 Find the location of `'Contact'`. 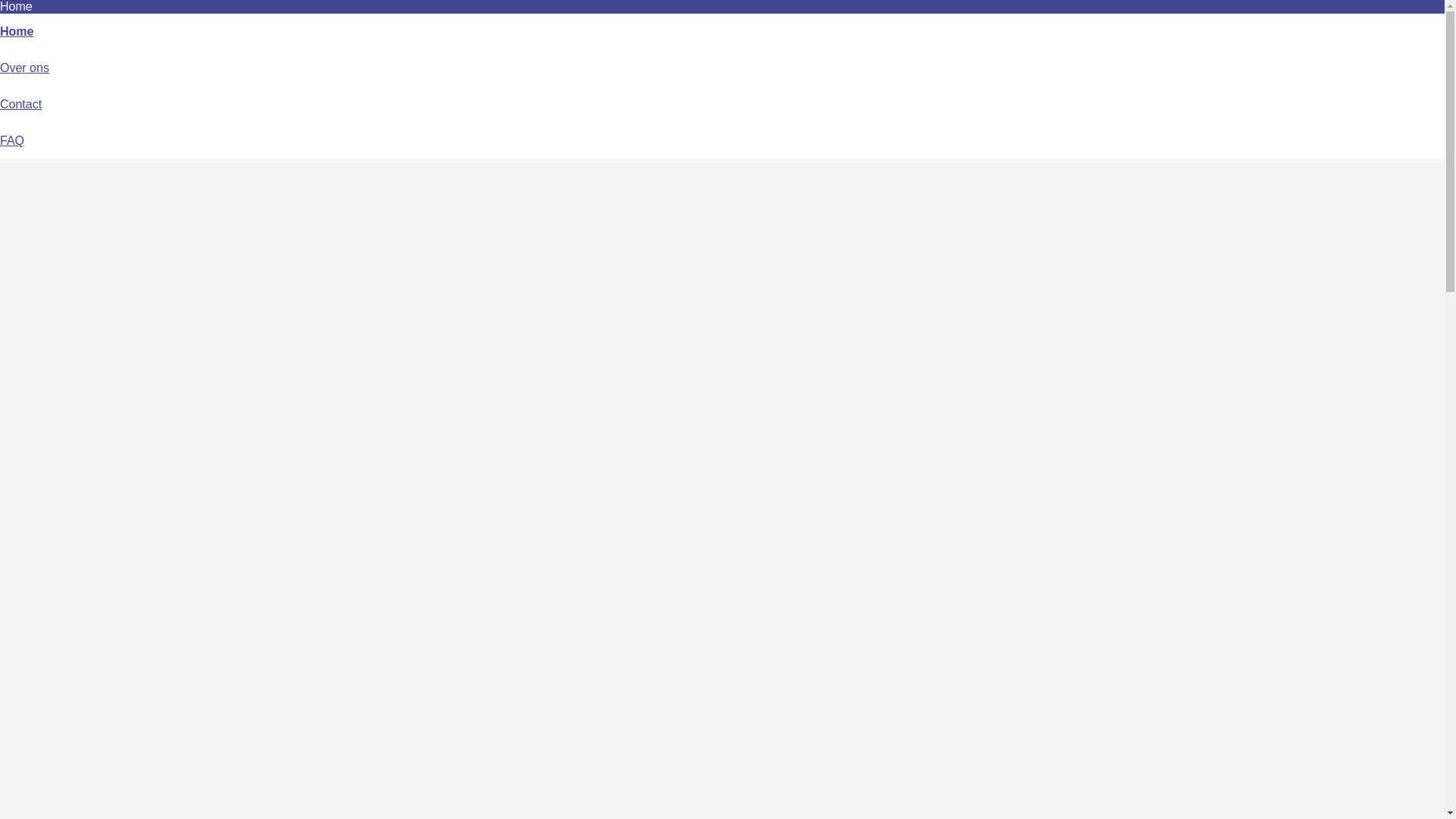

'Contact' is located at coordinates (0, 103).